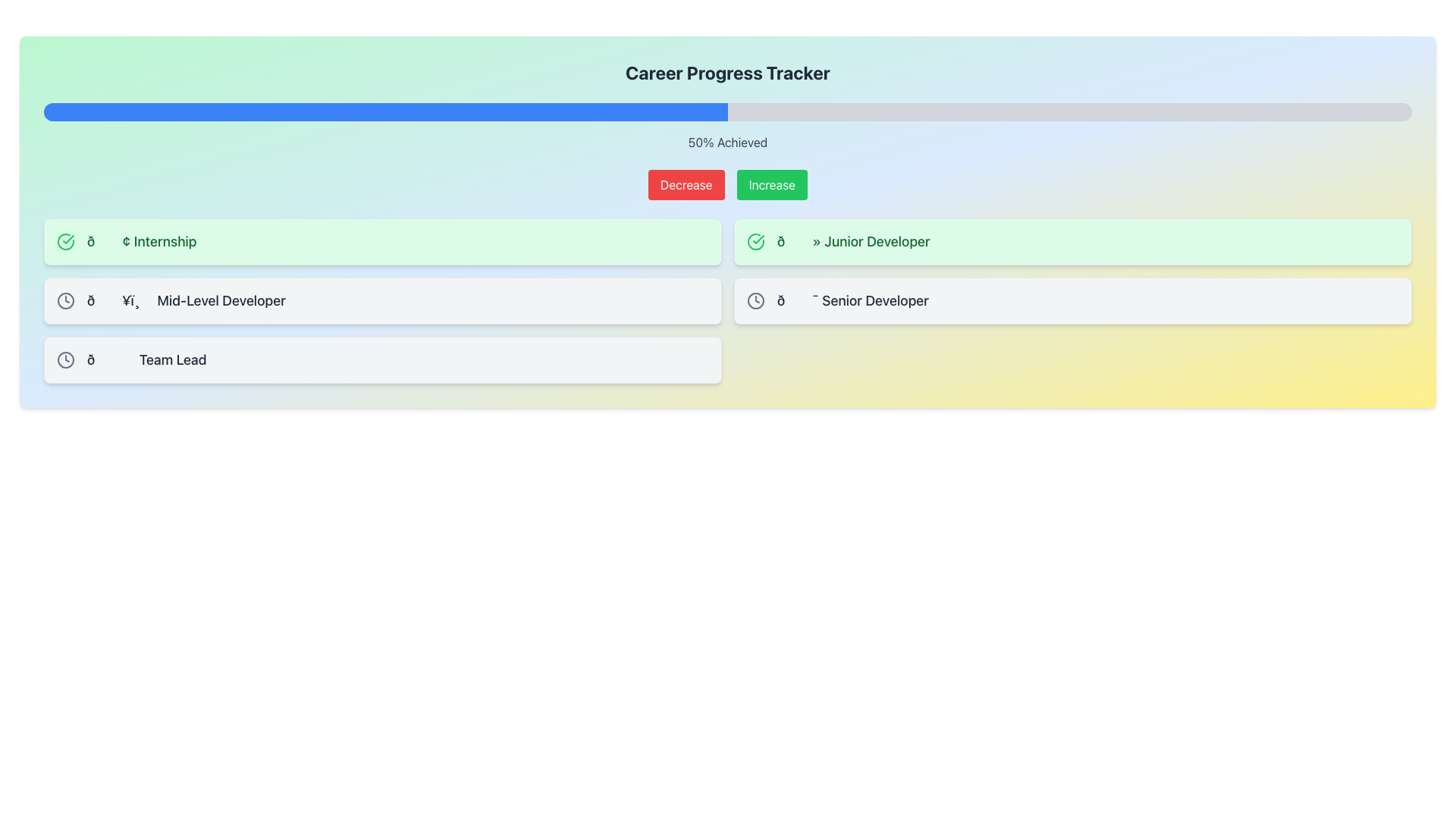  Describe the element at coordinates (686, 184) in the screenshot. I see `the leftmost button that triggers the decrement operation, located just below the progress bar displaying '50% Achieved'` at that location.